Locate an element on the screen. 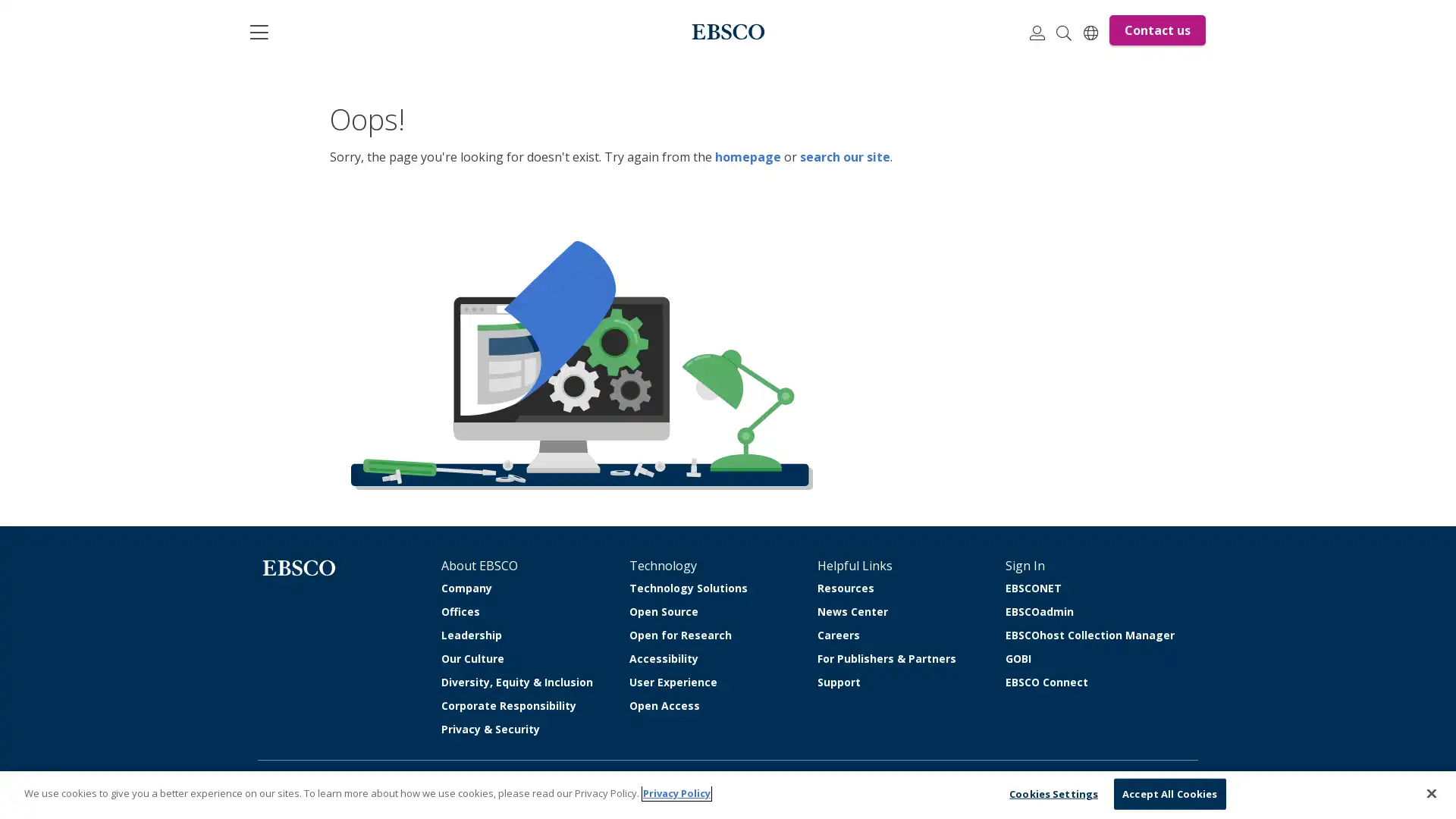  Close is located at coordinates (1430, 792).